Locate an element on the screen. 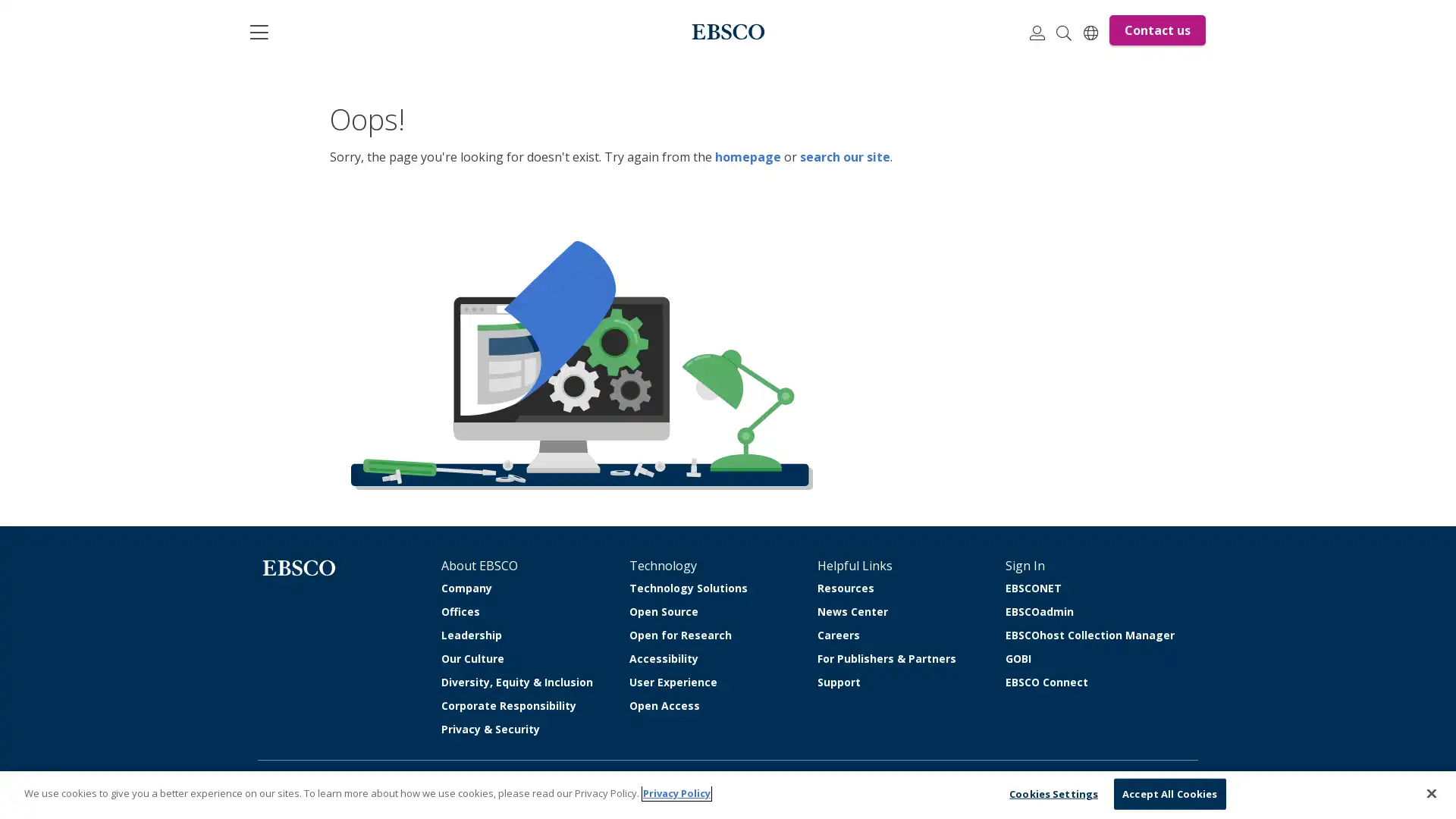  Close is located at coordinates (1430, 792).